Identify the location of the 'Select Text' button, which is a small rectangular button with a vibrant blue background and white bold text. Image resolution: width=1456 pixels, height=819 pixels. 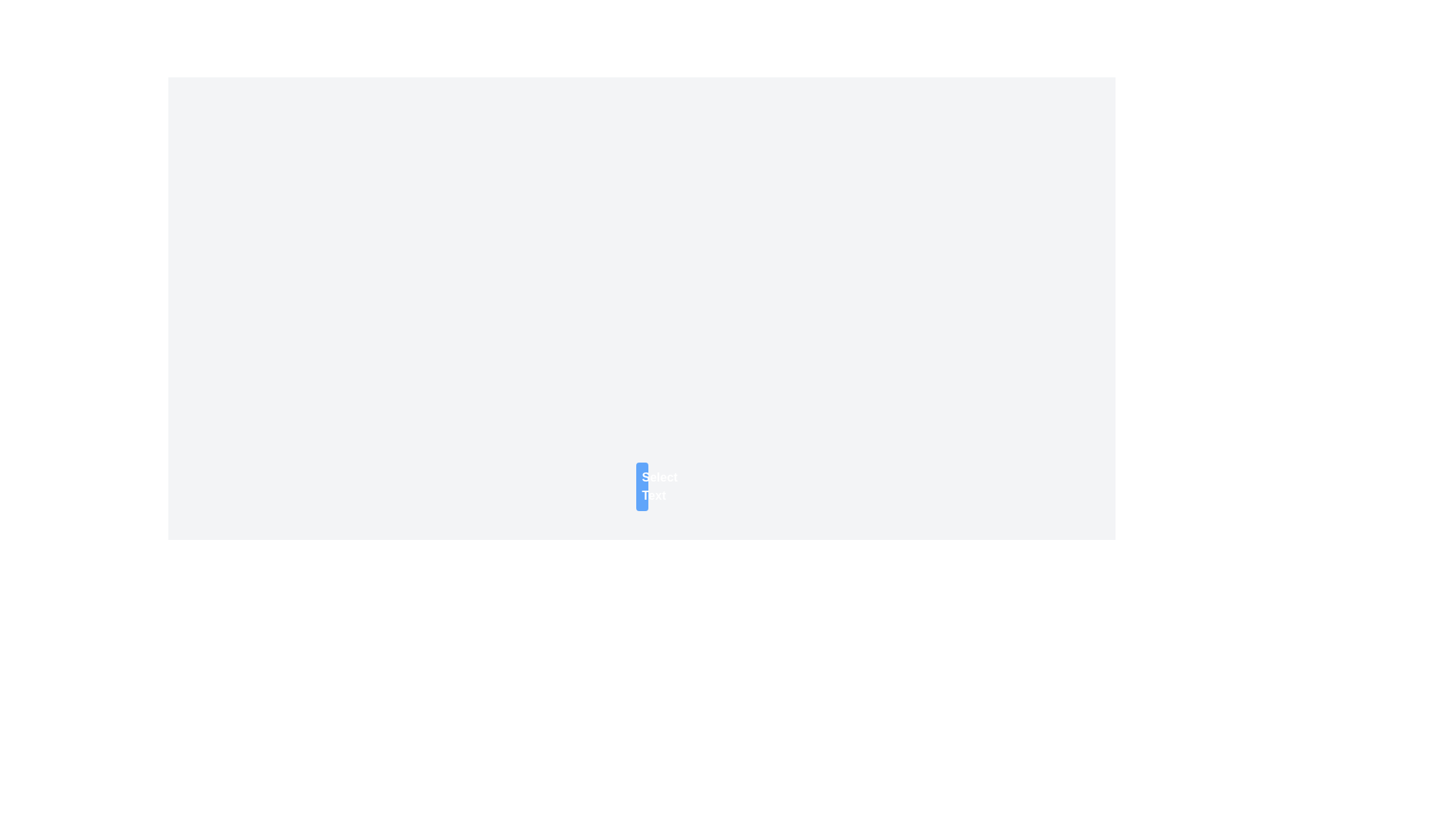
(642, 486).